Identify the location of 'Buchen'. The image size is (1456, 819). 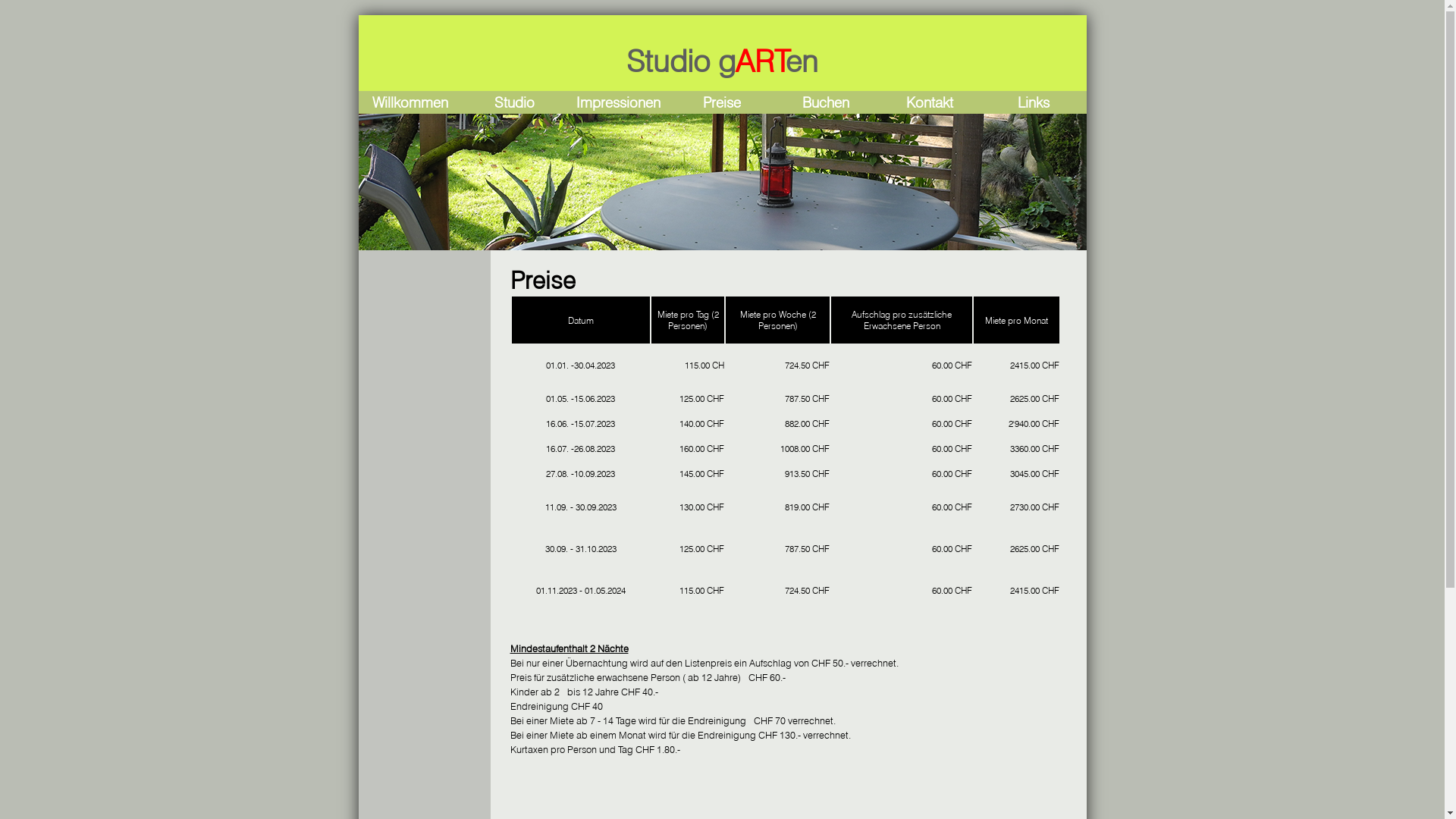
(825, 102).